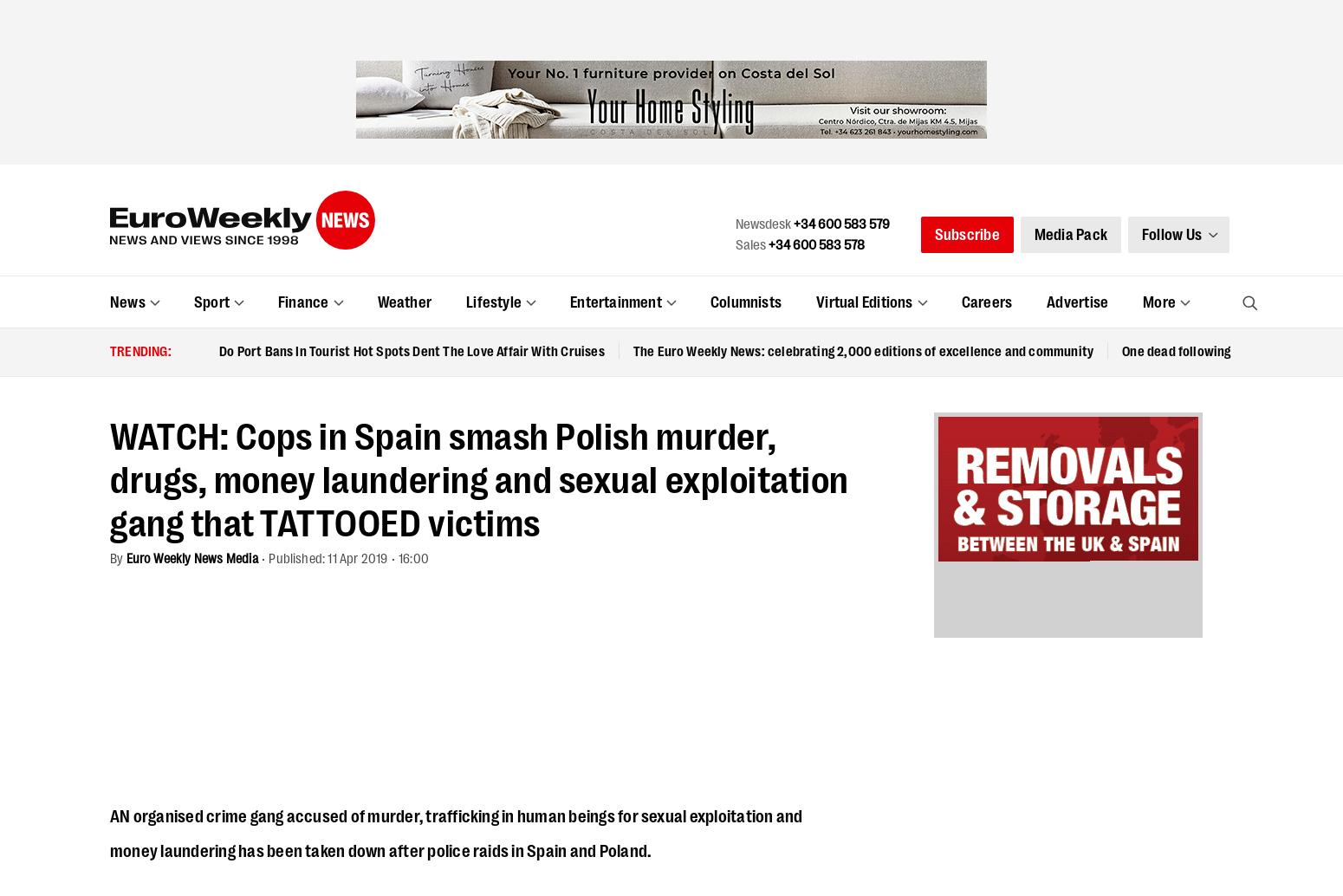 This screenshot has height=896, width=1343. What do you see at coordinates (540, 448) in the screenshot?
I see `'newsdesk@euroweeklynews.com'` at bounding box center [540, 448].